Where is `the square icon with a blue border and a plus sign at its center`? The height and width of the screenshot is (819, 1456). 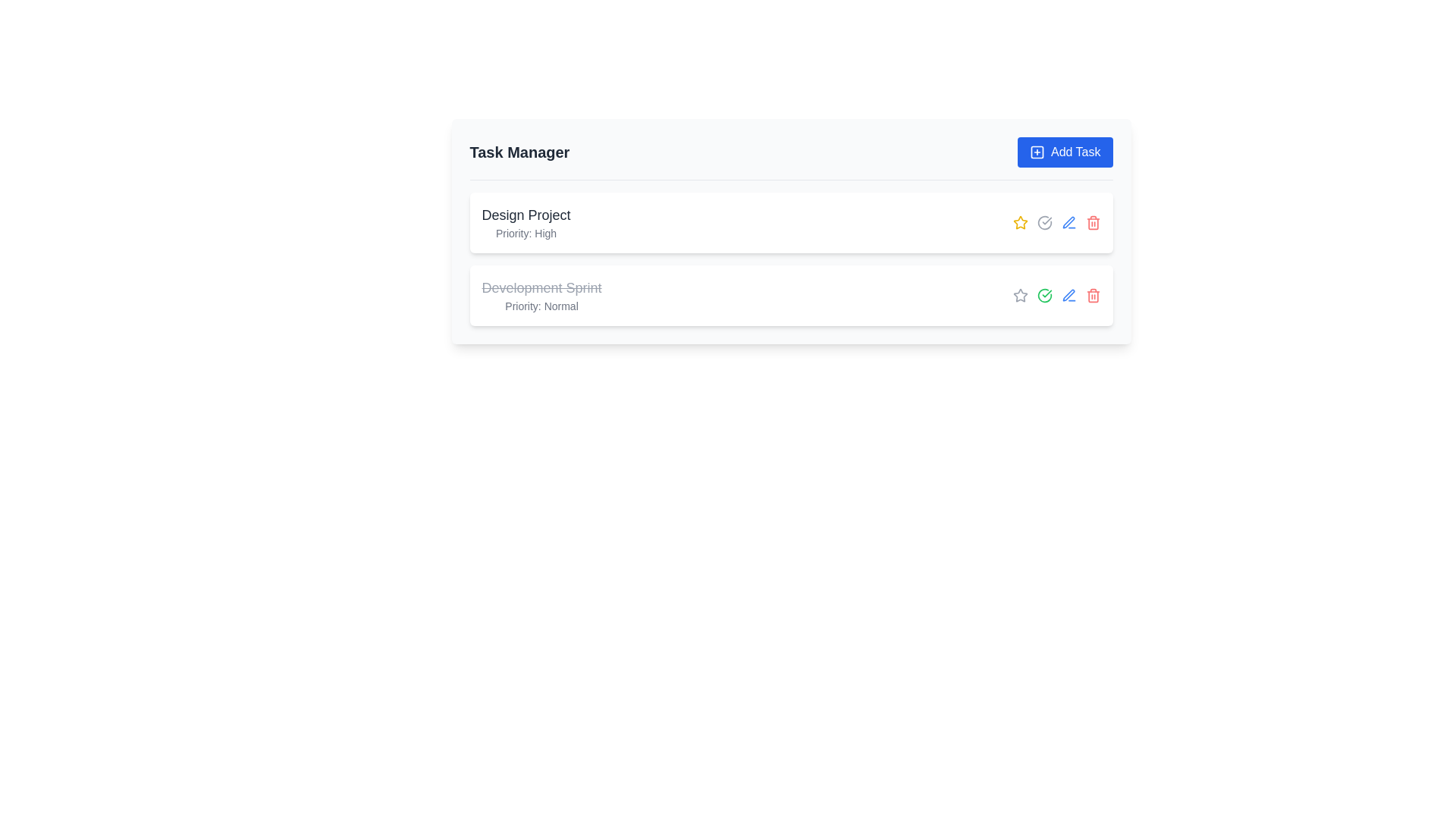 the square icon with a blue border and a plus sign at its center is located at coordinates (1037, 152).